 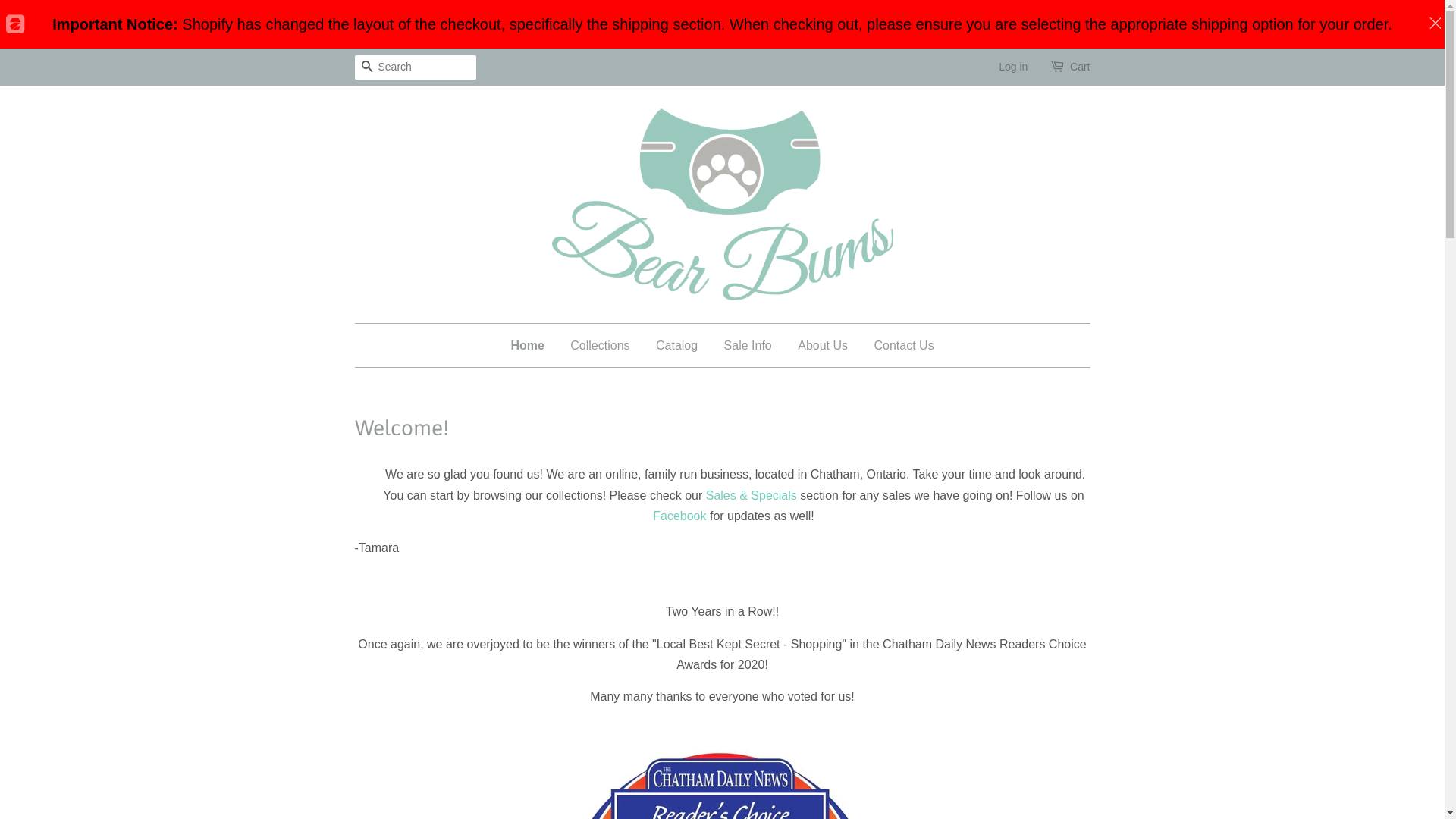 What do you see at coordinates (5, 24) in the screenshot?
I see `'Zotabox'` at bounding box center [5, 24].